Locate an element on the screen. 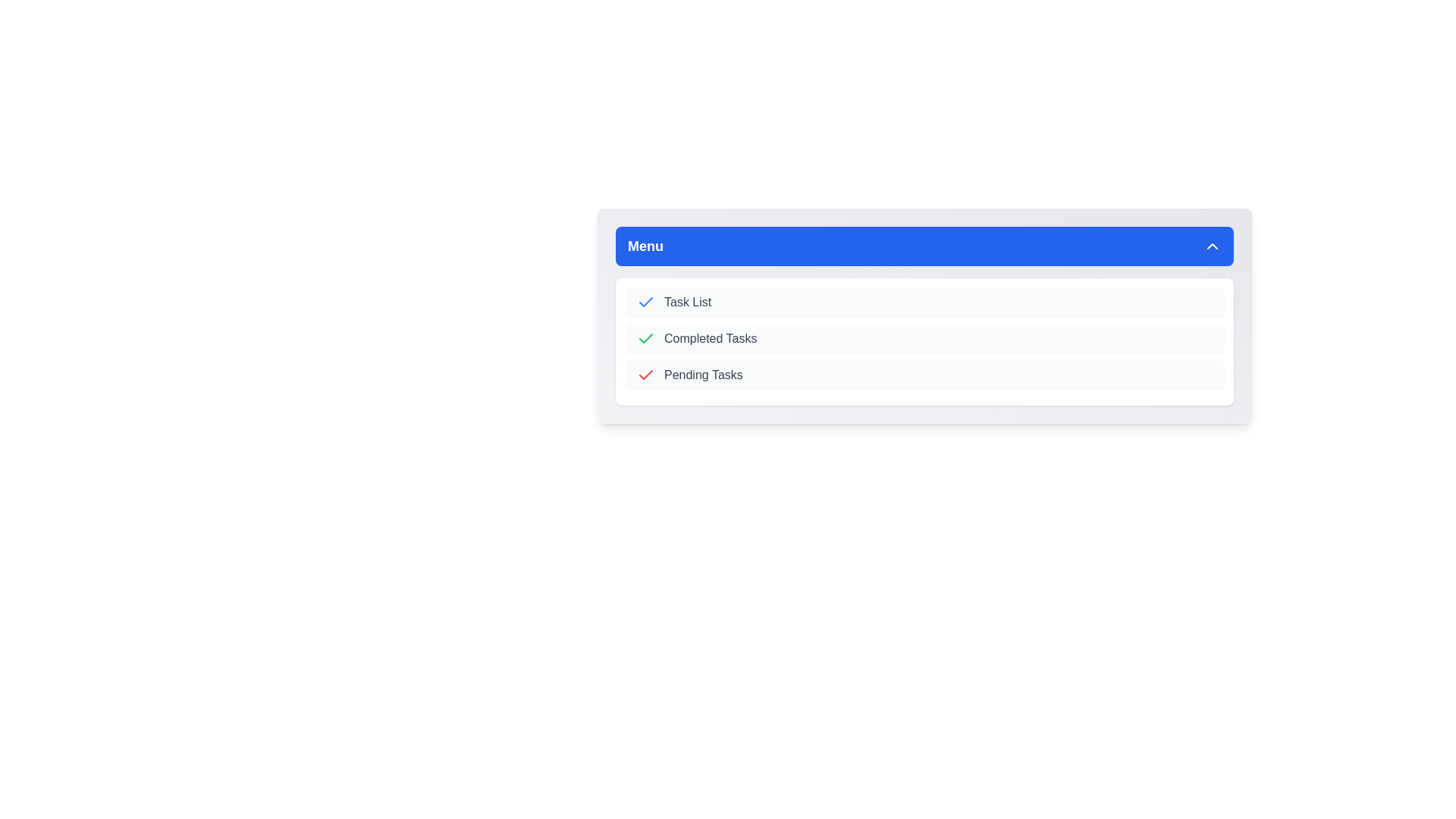  the state of the red checkmark icon located in the third row under the 'Menu' header, adjacent to the 'Pending Tasks' label is located at coordinates (645, 374).